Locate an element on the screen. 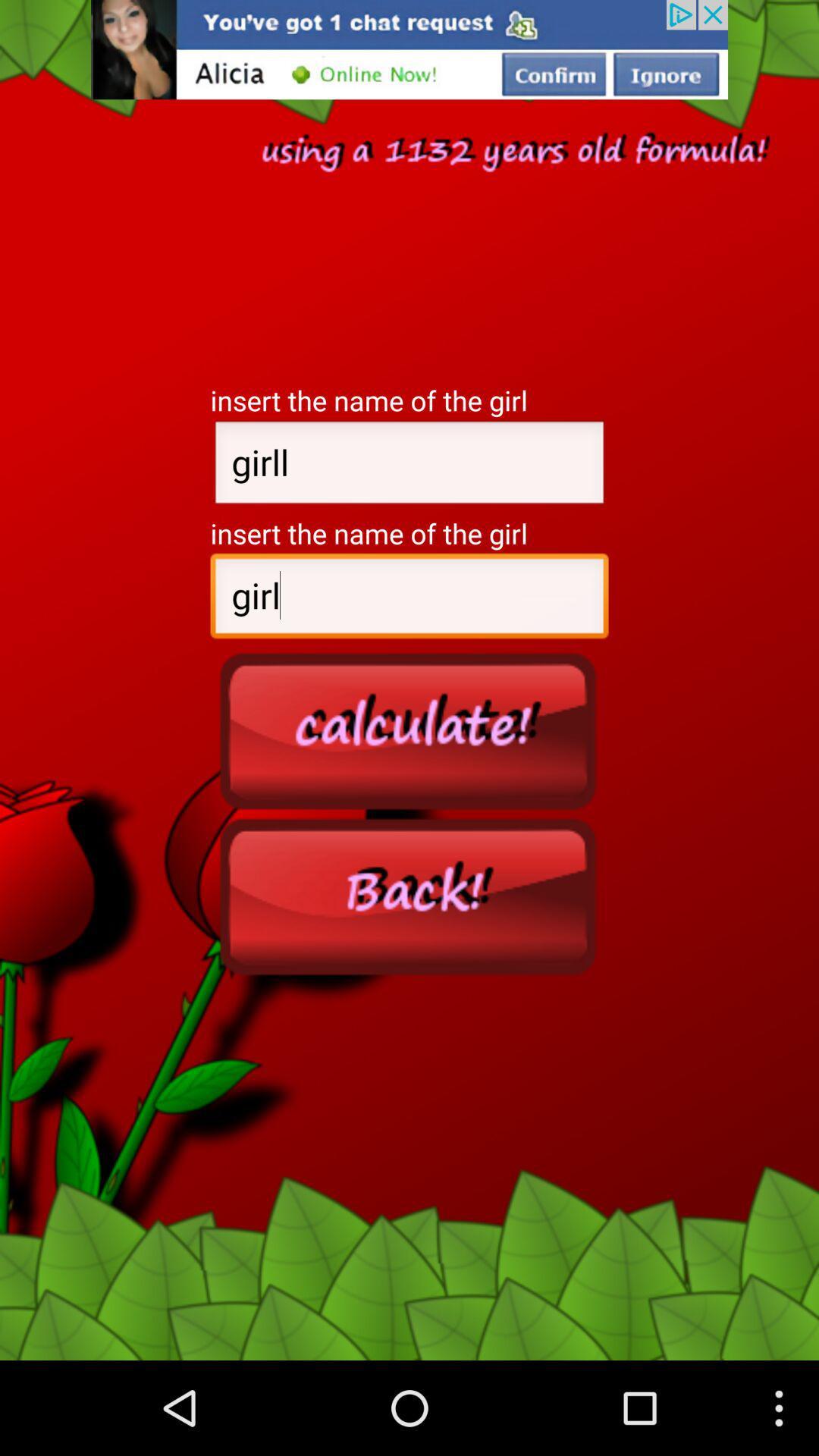 This screenshot has width=819, height=1456. advertisement for chatting app is located at coordinates (409, 49).